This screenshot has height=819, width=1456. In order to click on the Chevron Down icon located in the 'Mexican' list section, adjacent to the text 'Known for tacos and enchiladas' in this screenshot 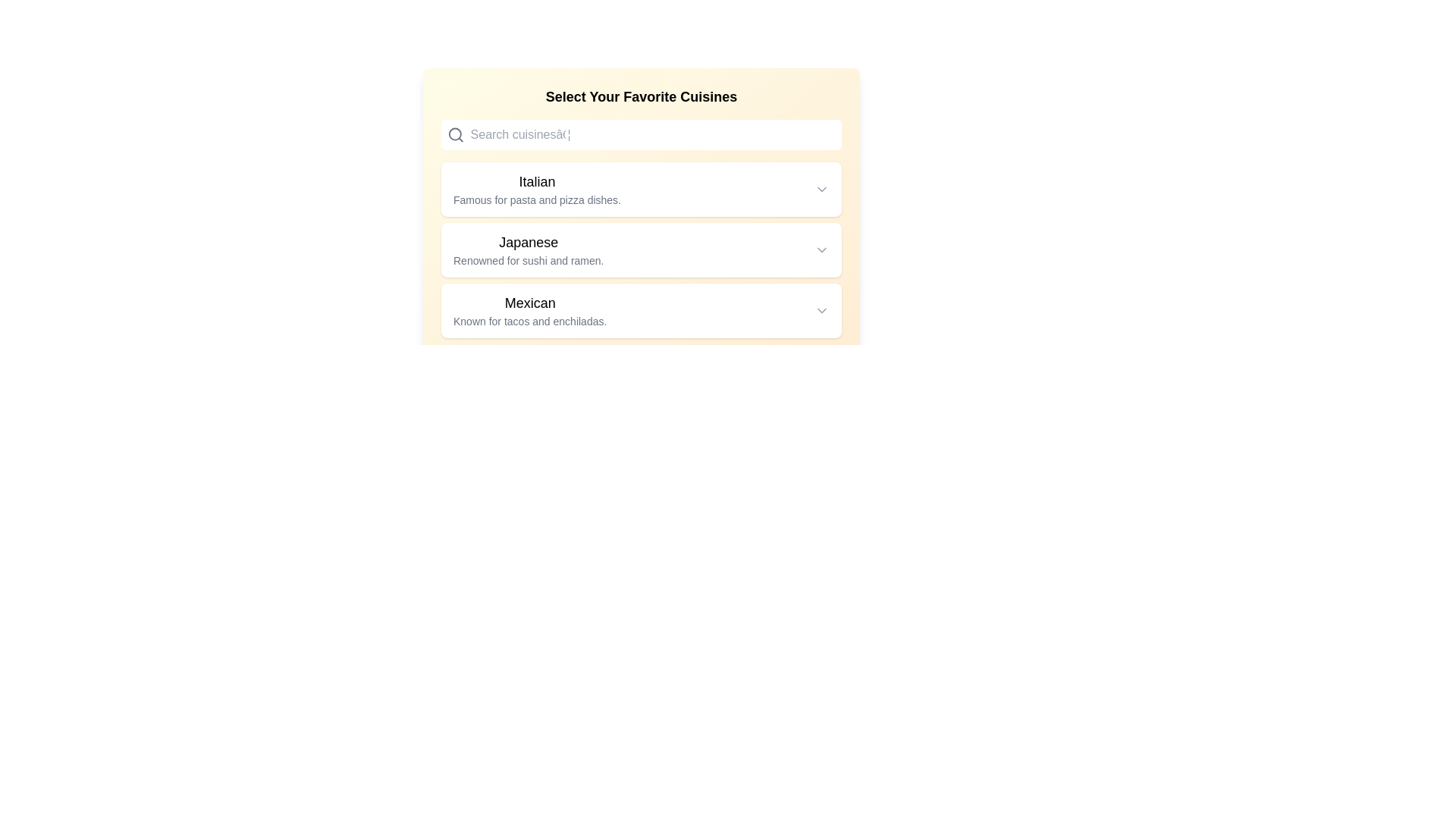, I will do `click(821, 309)`.